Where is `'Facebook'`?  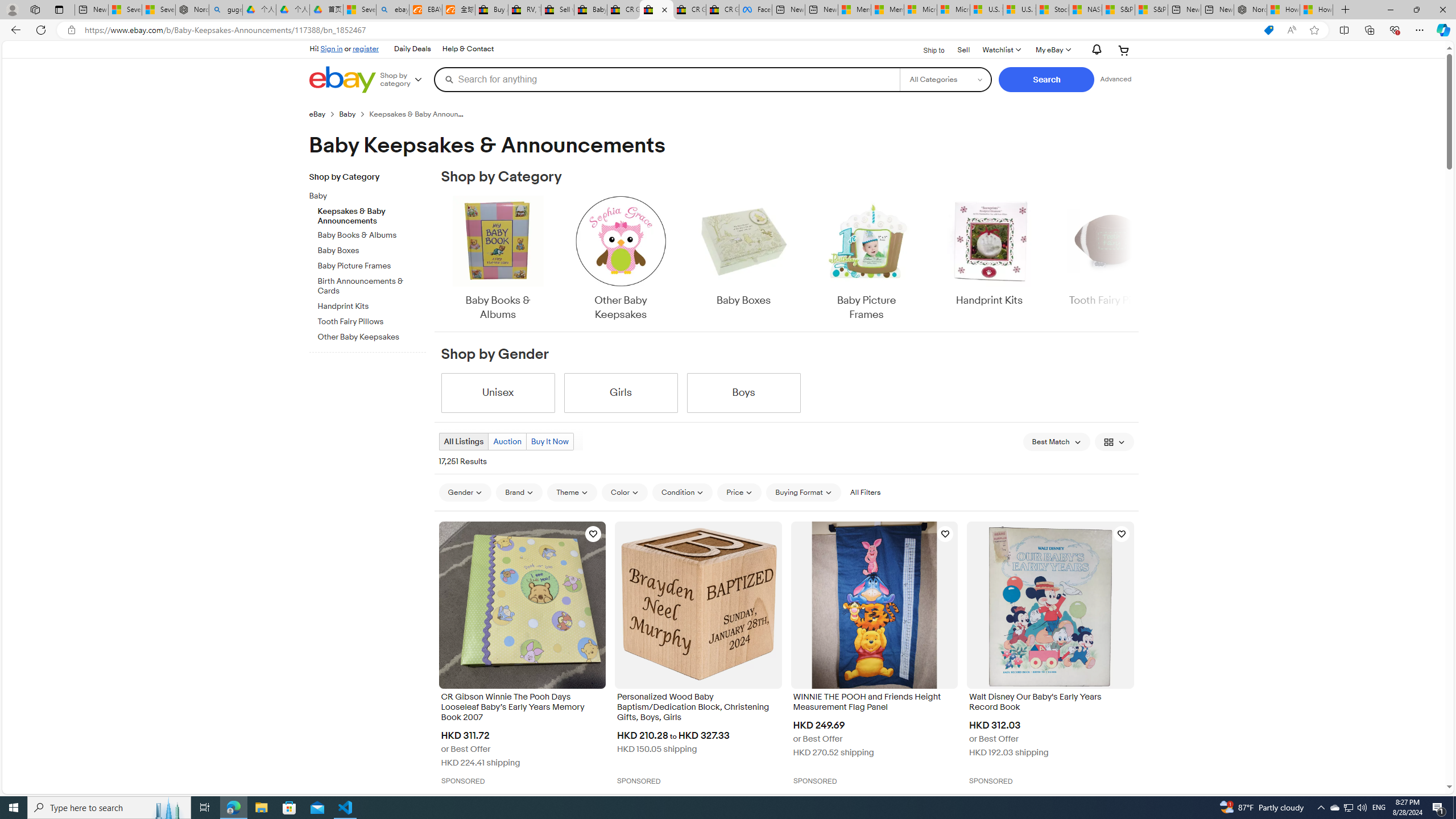
'Facebook' is located at coordinates (755, 9).